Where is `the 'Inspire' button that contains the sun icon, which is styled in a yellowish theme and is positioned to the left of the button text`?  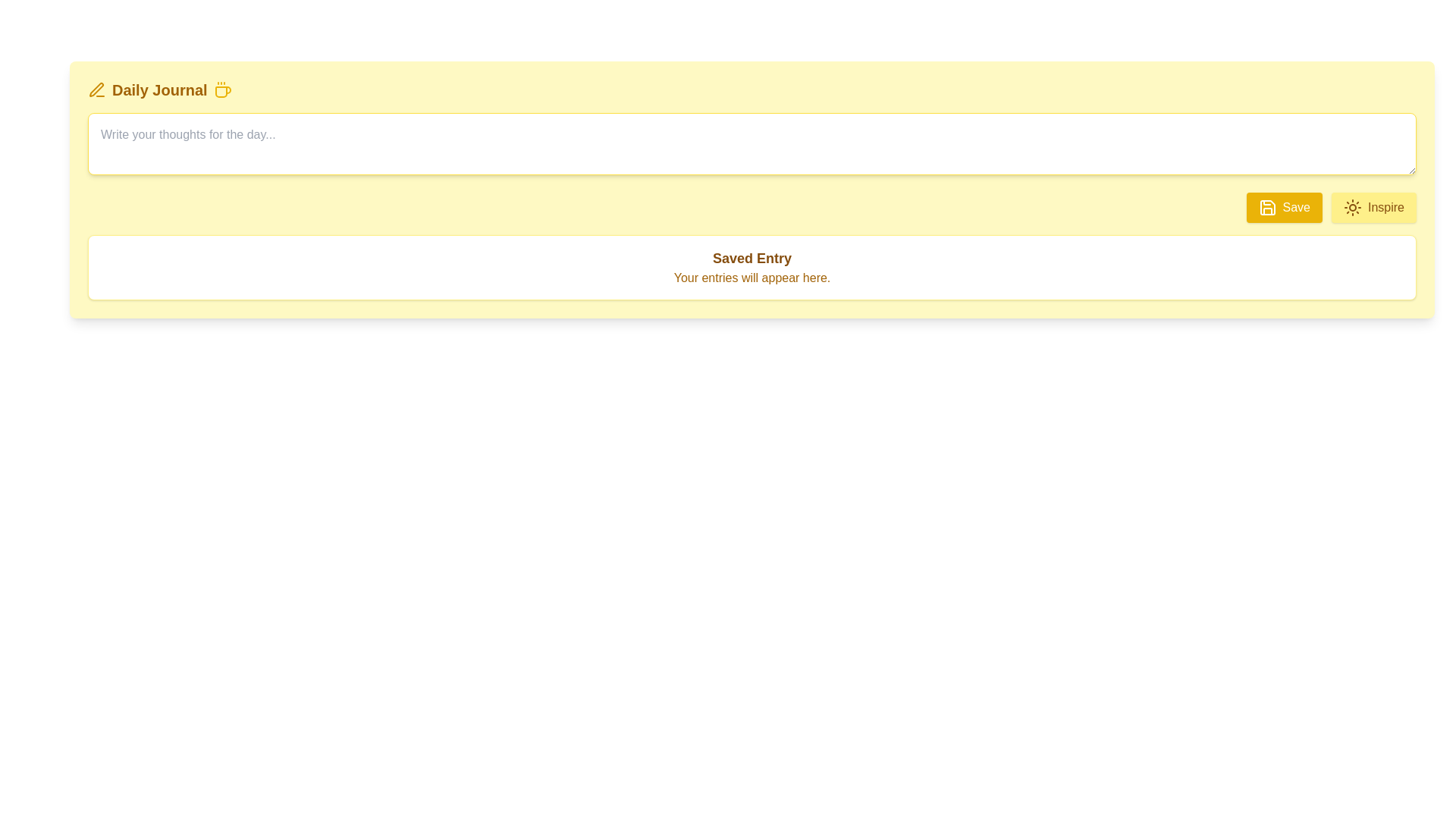 the 'Inspire' button that contains the sun icon, which is styled in a yellowish theme and is positioned to the left of the button text is located at coordinates (1353, 207).